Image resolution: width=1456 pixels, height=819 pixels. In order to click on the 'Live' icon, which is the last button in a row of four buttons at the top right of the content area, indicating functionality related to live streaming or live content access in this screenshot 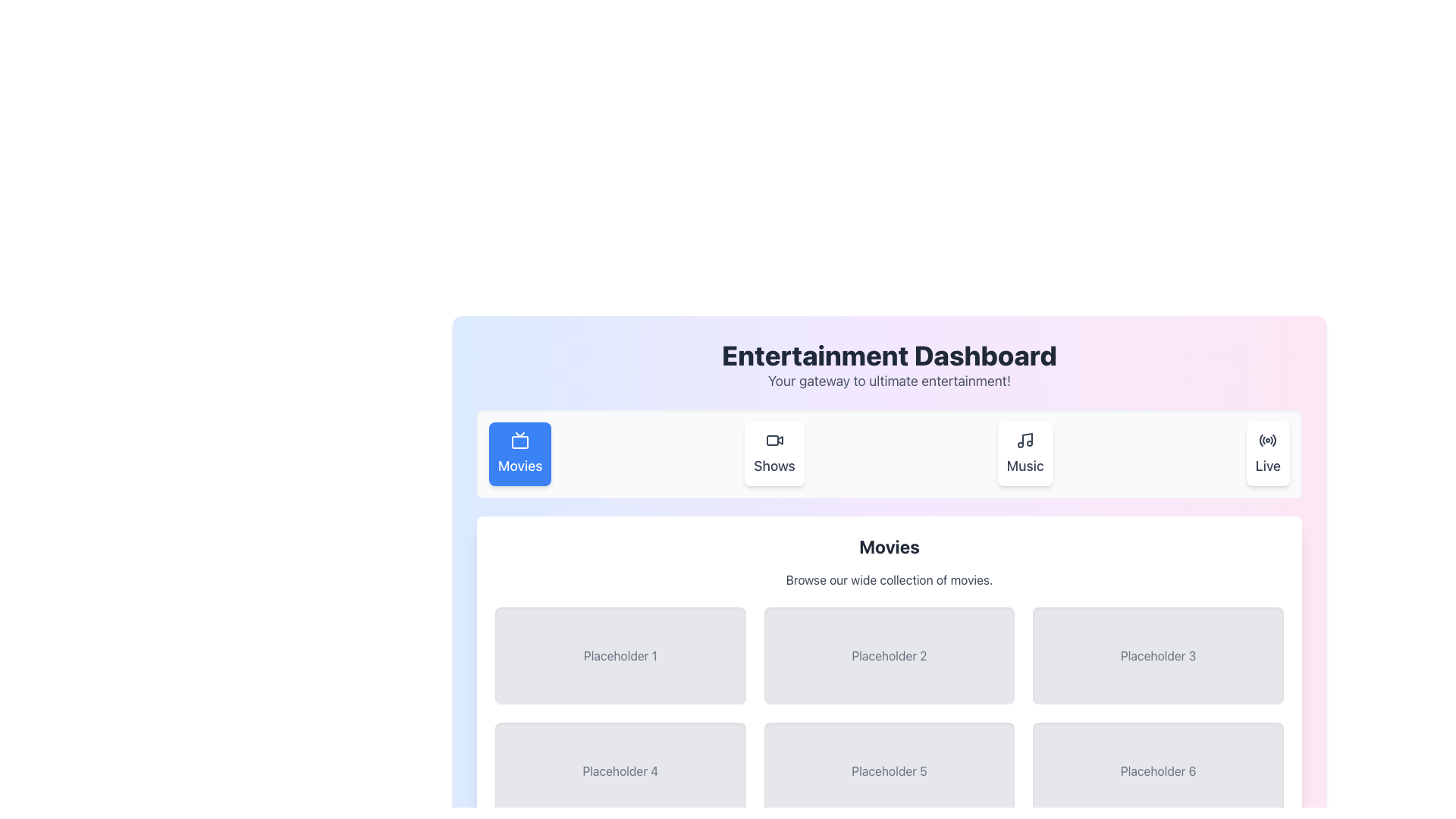, I will do `click(1268, 441)`.